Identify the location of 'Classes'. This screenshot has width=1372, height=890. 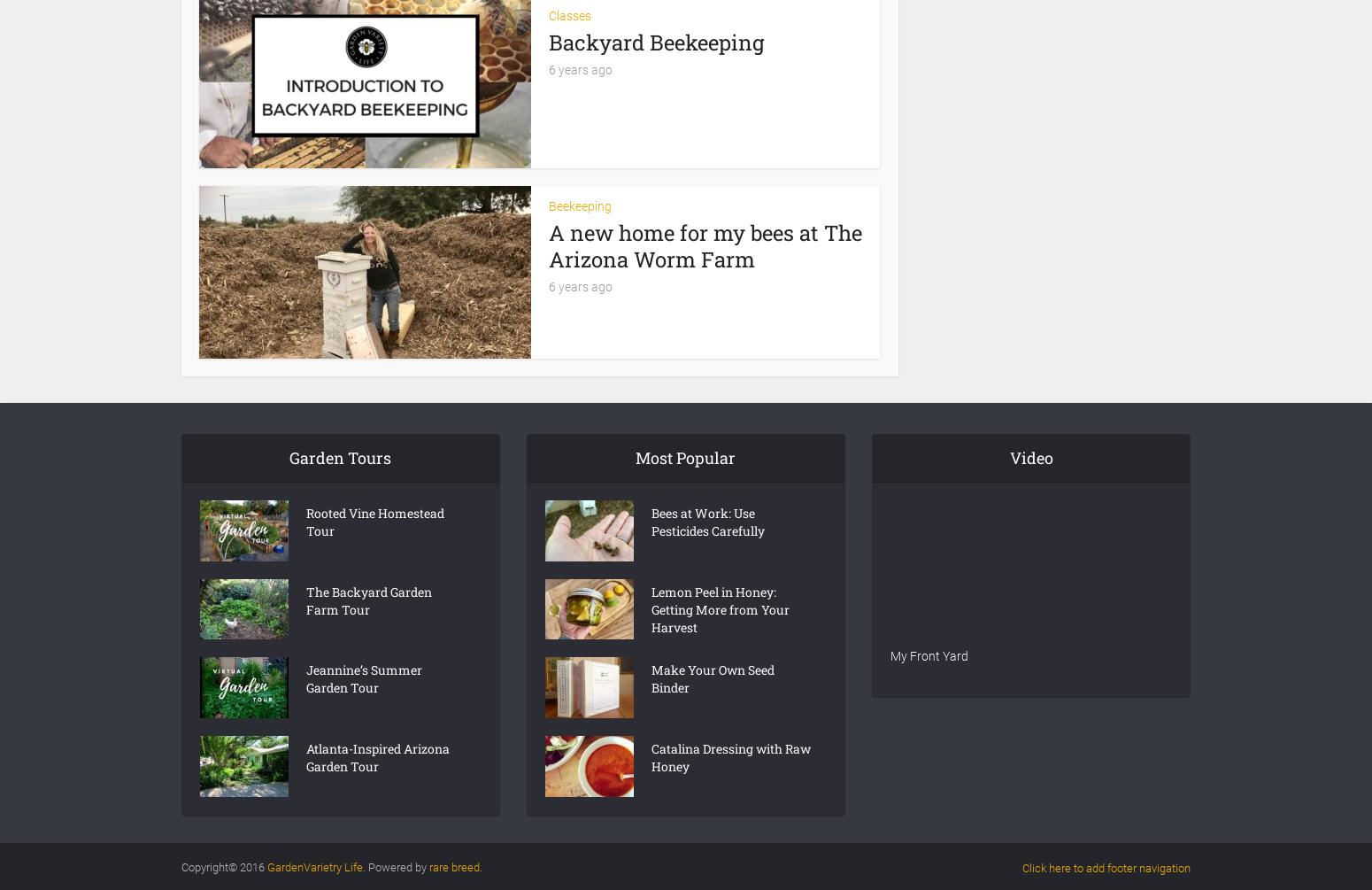
(569, 14).